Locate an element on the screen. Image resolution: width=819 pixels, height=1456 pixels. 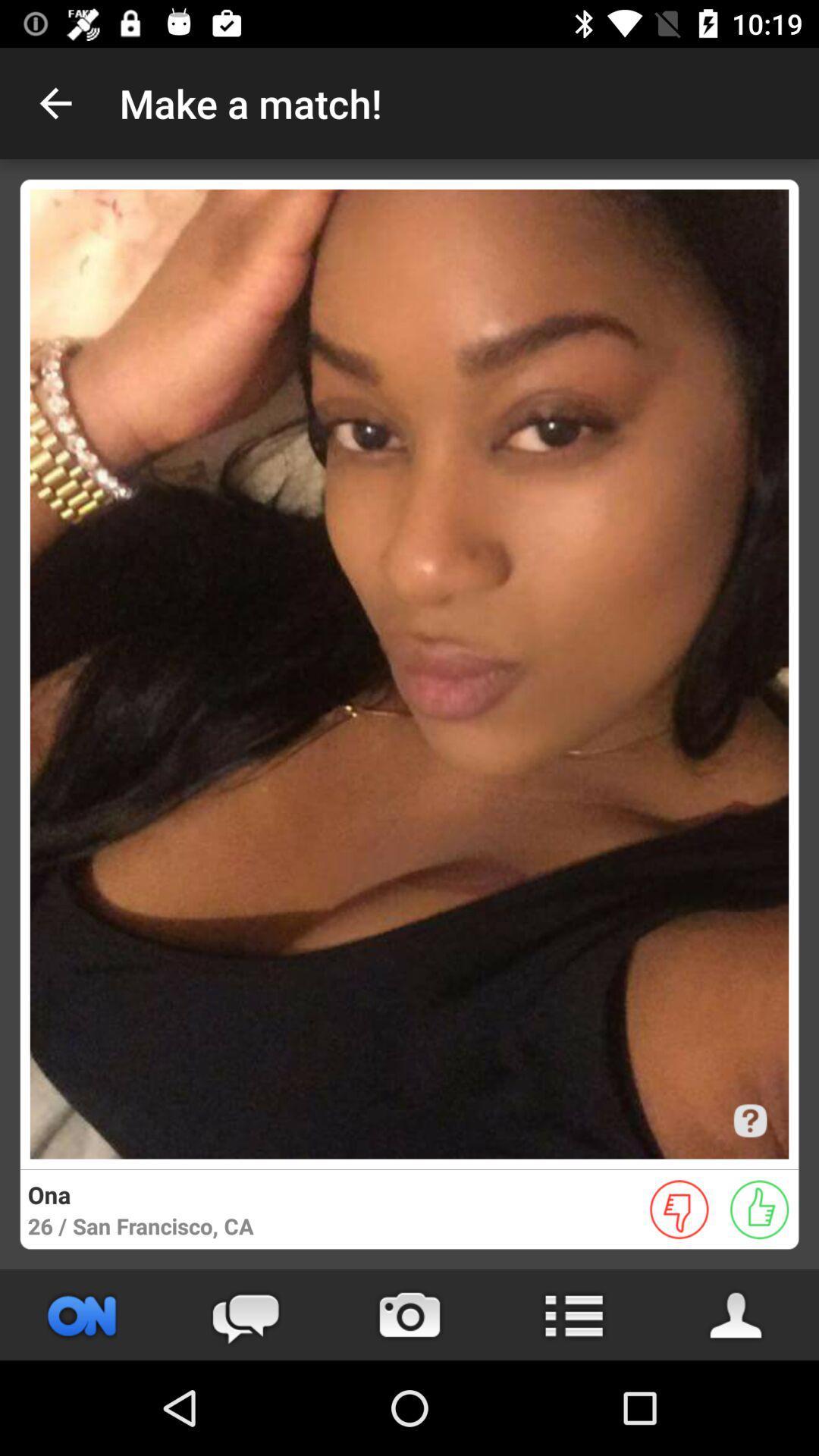
the sliders icon is located at coordinates (82, 1314).